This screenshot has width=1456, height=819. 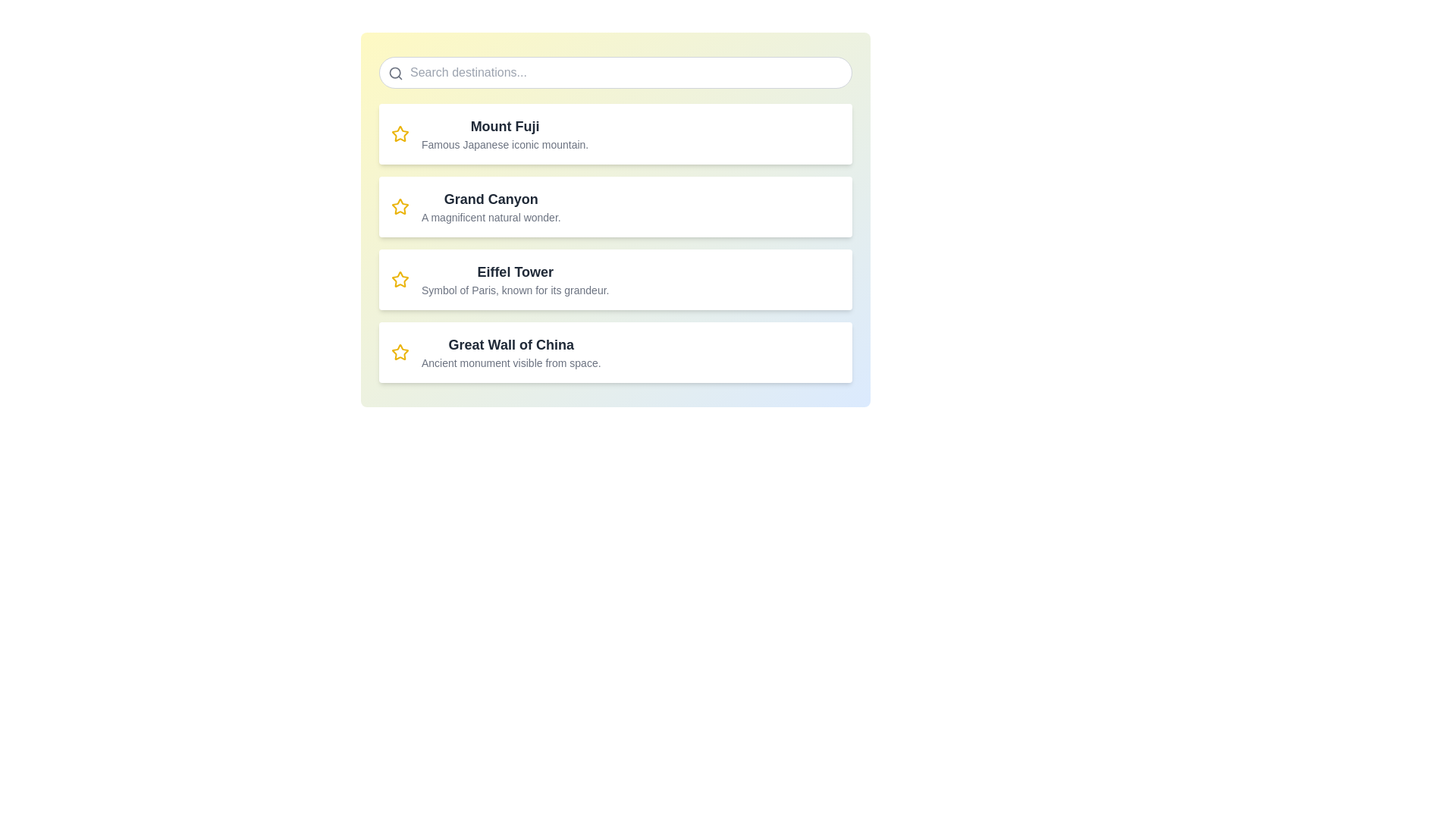 I want to click on the List item displaying information about the Eiffel Tower, so click(x=515, y=280).